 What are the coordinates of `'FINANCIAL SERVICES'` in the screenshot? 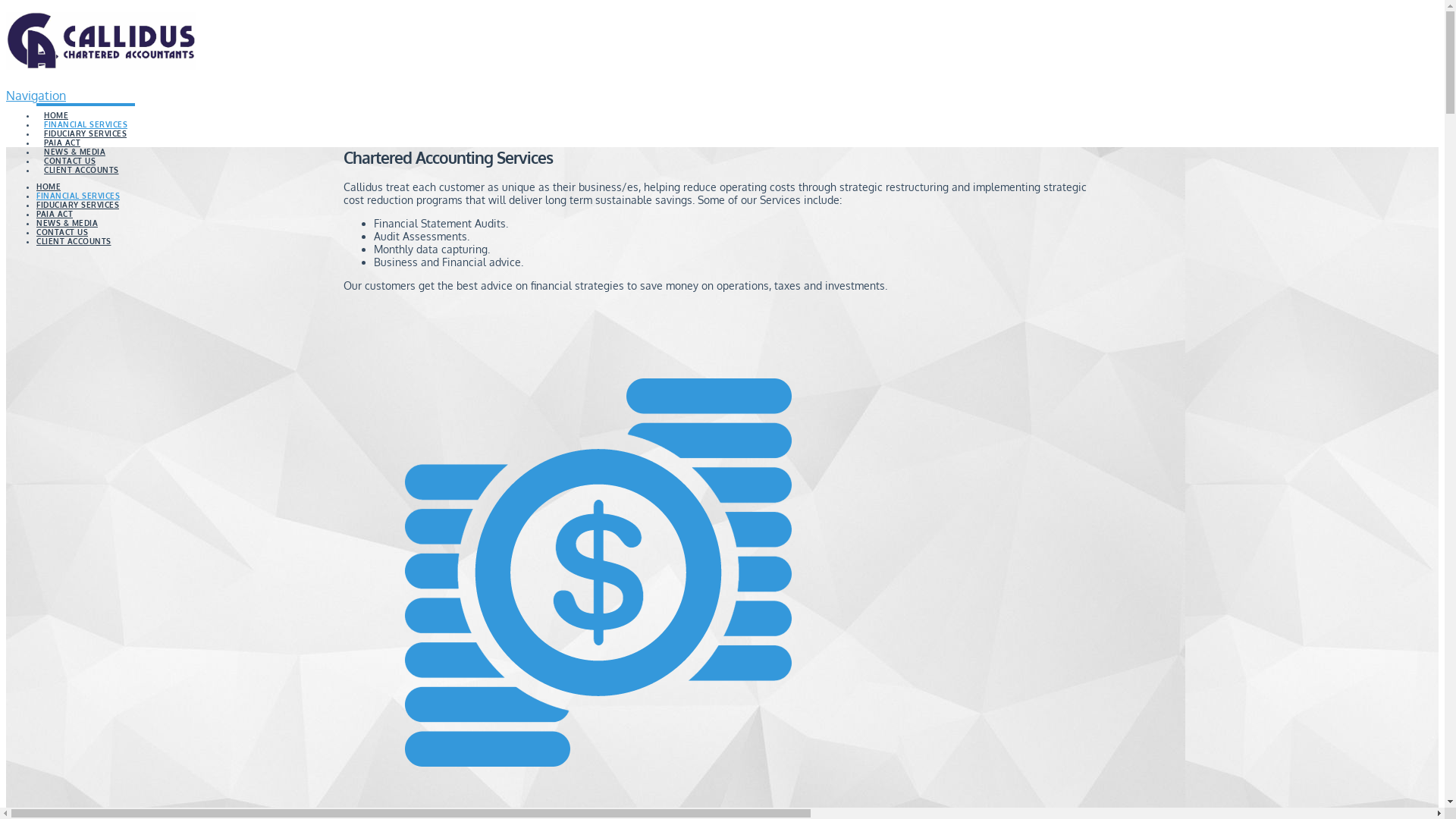 It's located at (85, 115).